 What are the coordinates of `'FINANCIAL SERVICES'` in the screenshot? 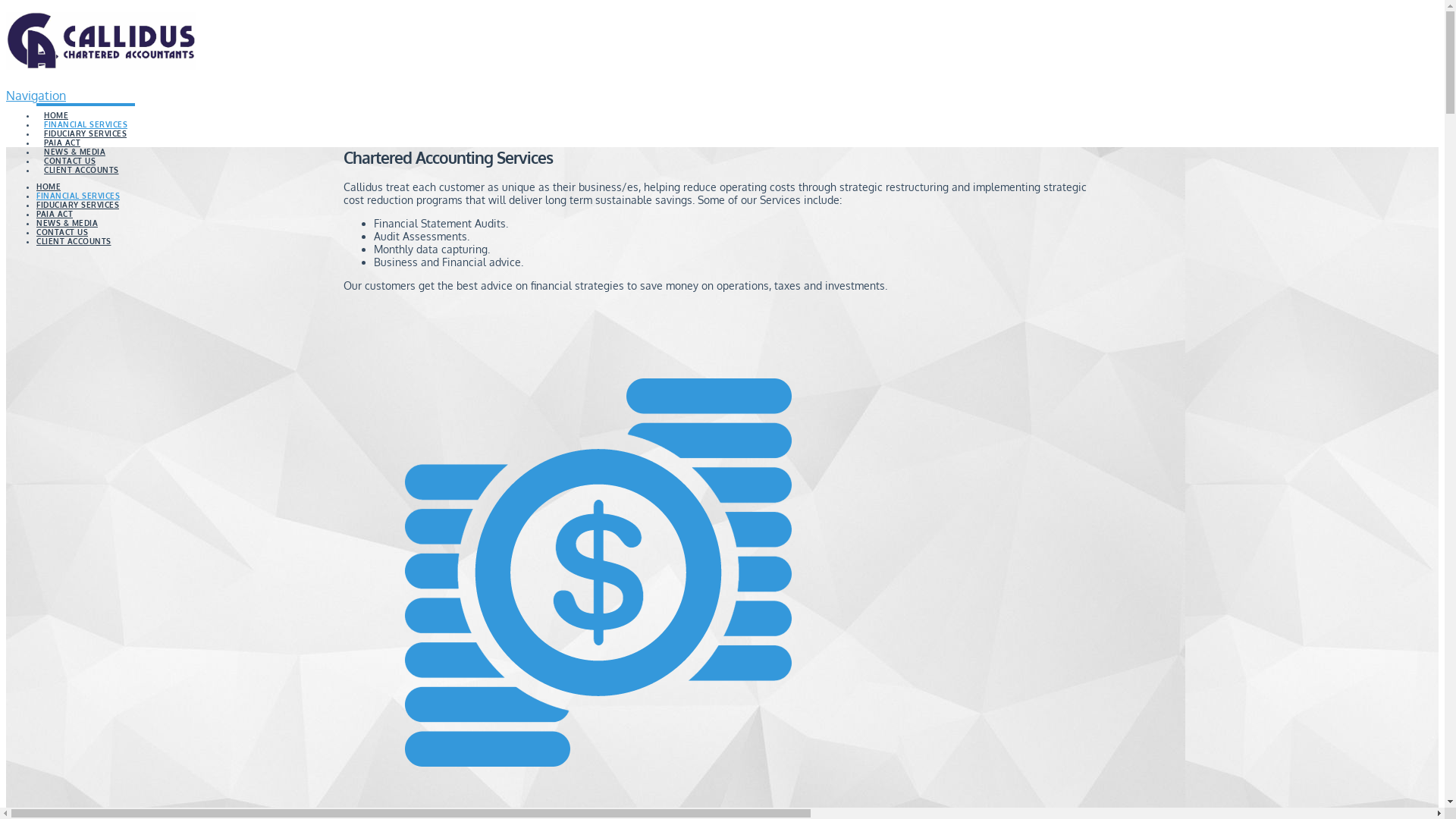 It's located at (85, 115).